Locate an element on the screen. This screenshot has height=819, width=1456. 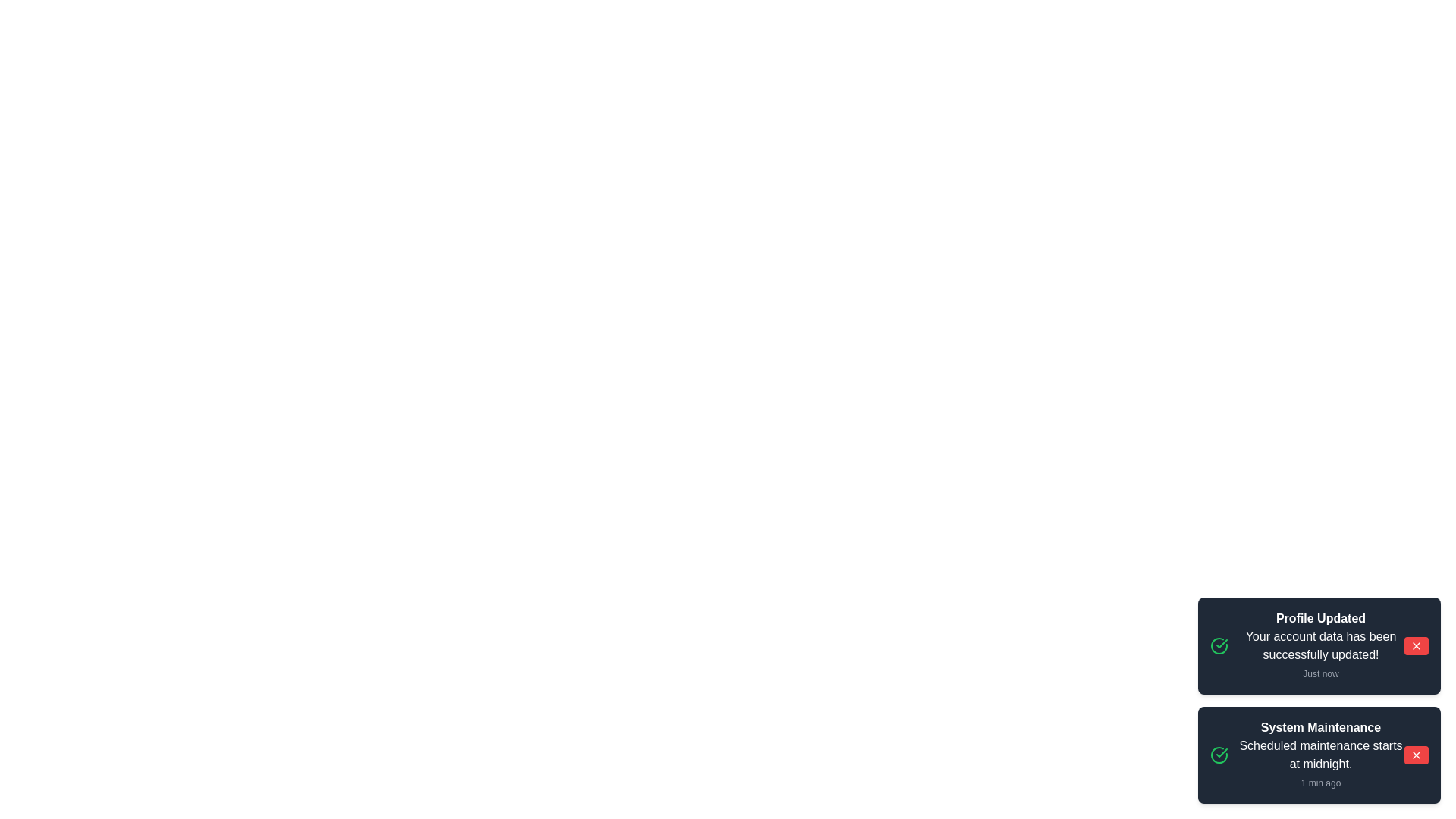
the close button for the notification with title System Maintenance is located at coordinates (1415, 755).